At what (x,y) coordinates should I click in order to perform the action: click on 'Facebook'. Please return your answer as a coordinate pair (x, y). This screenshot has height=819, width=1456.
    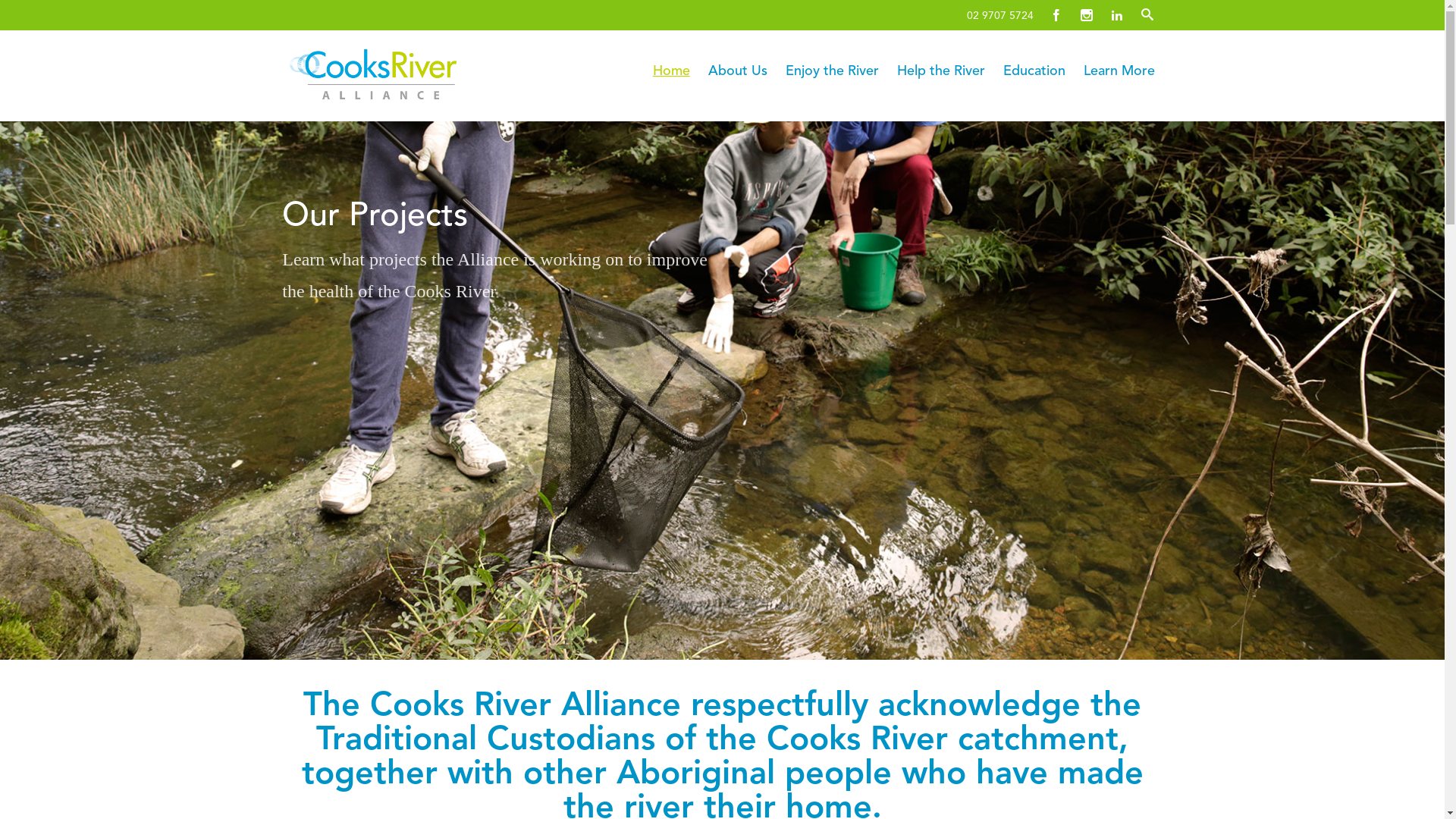
    Looking at the image, I should click on (1055, 14).